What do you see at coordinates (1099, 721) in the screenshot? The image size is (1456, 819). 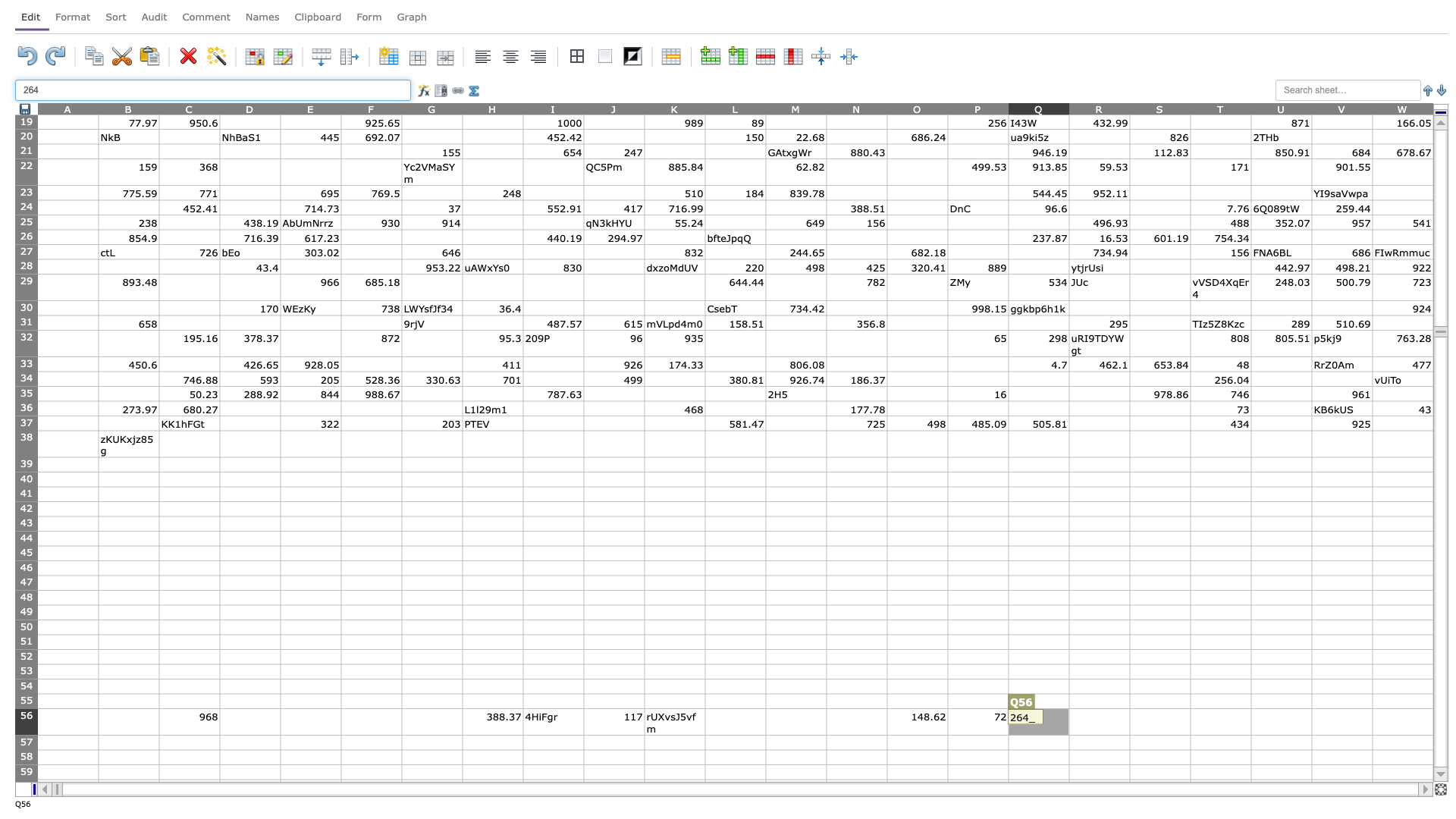 I see `Place cursor in R56` at bounding box center [1099, 721].